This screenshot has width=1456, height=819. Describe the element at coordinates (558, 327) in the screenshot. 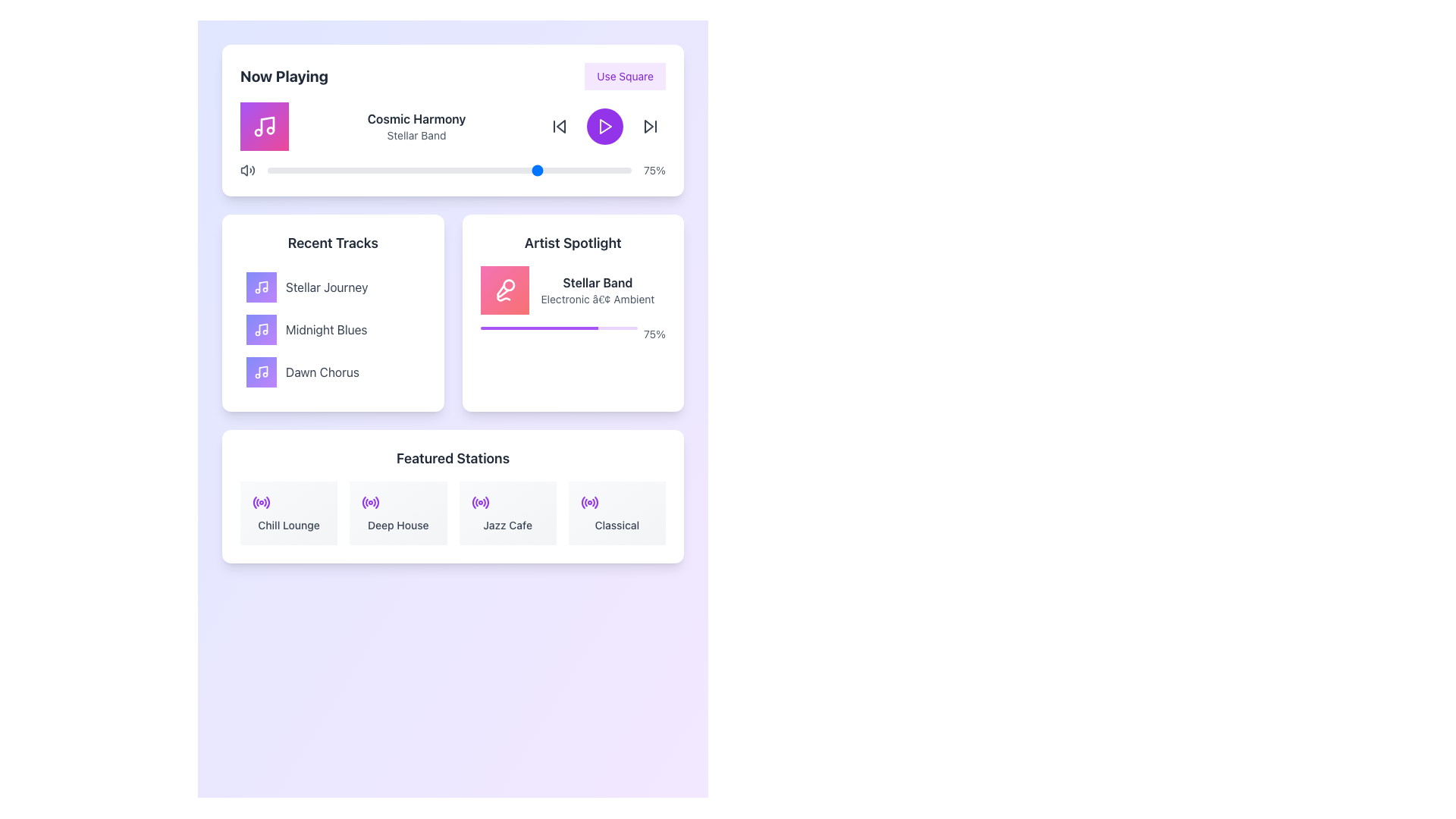

I see `the Progress bar located in the 'Artist Spotlight' card beneath the text 'Electronic Ambient', positioned horizontally next to the percentage value '75%'` at that location.